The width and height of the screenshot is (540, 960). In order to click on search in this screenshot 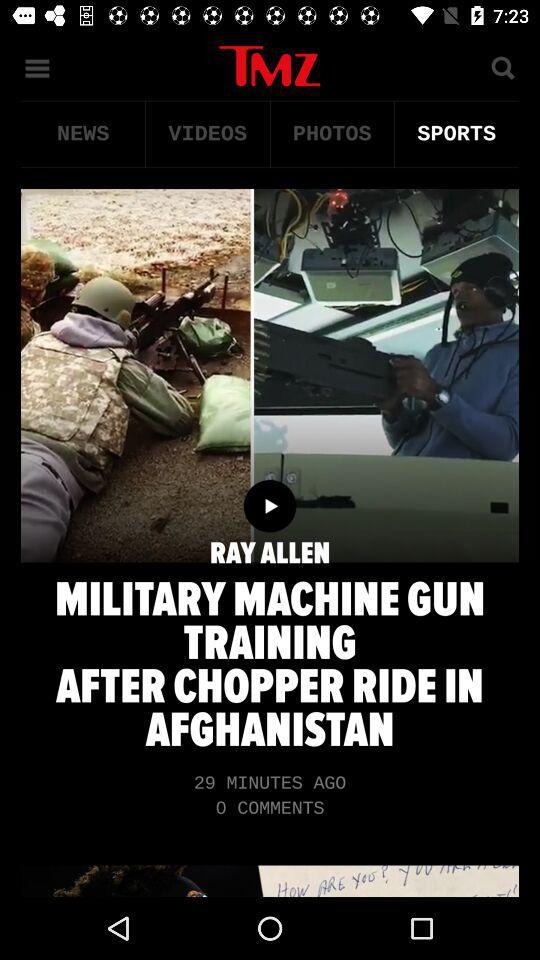, I will do `click(501, 66)`.